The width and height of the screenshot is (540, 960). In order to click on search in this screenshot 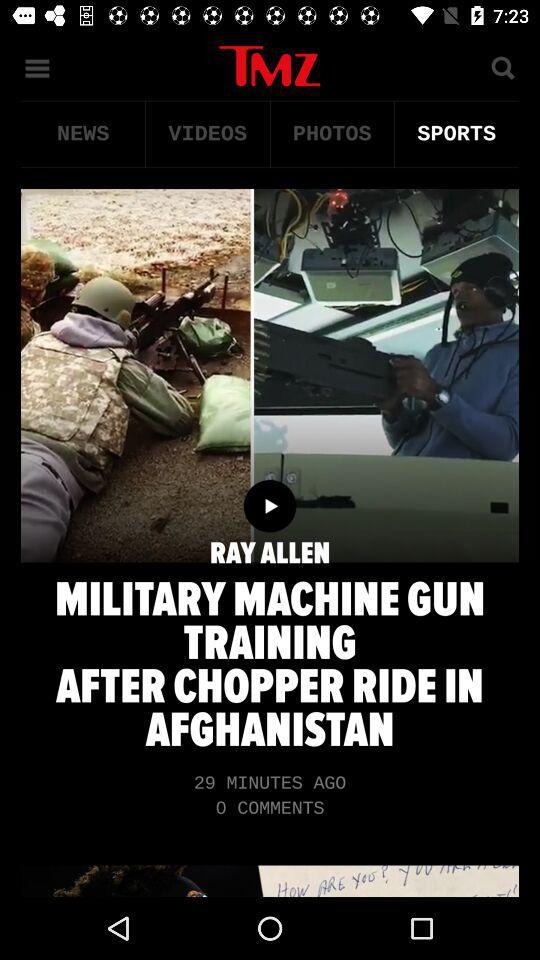, I will do `click(501, 66)`.